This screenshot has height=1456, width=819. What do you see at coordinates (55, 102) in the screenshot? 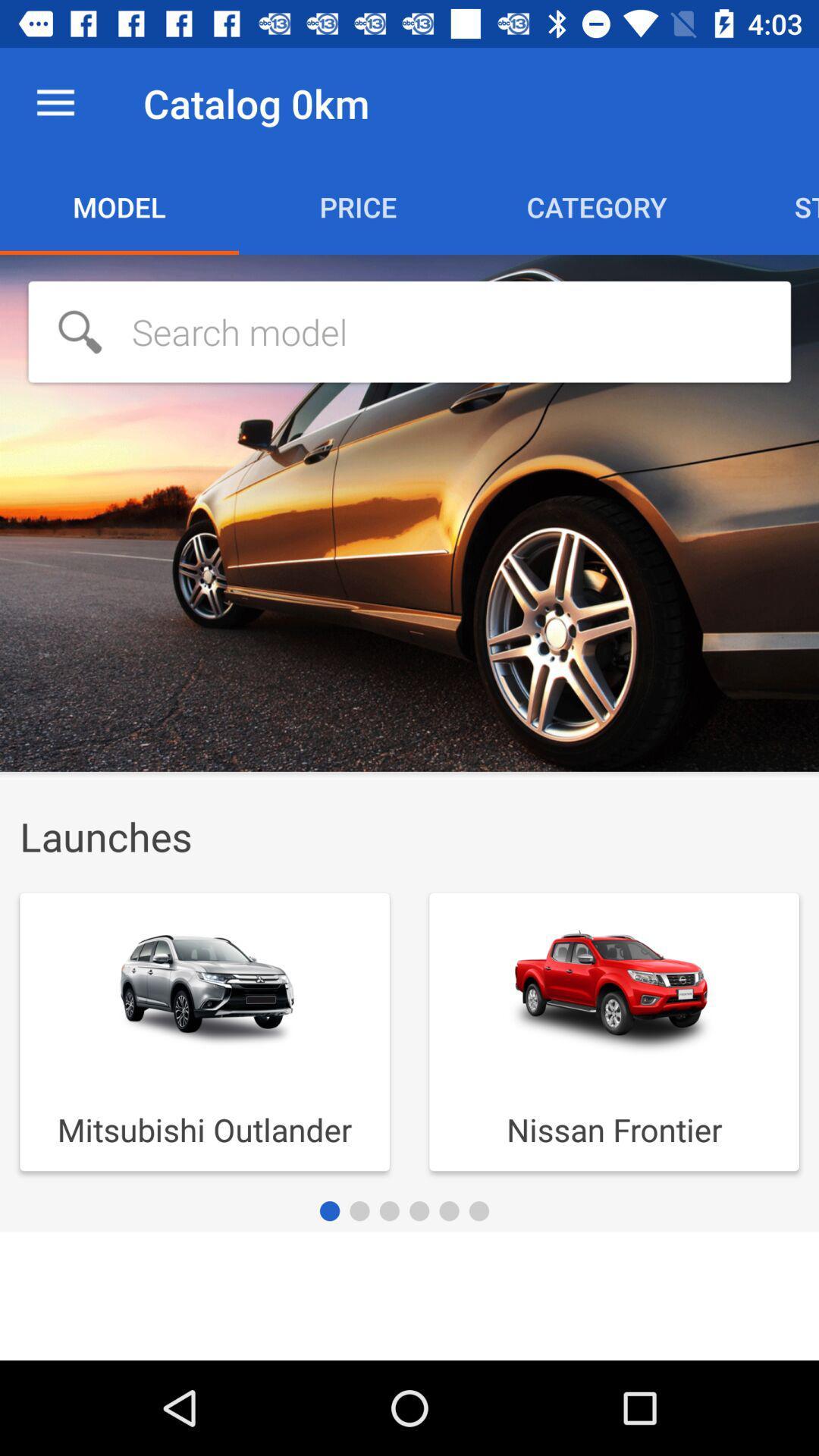
I see `icon next to the catalog 0km item` at bounding box center [55, 102].